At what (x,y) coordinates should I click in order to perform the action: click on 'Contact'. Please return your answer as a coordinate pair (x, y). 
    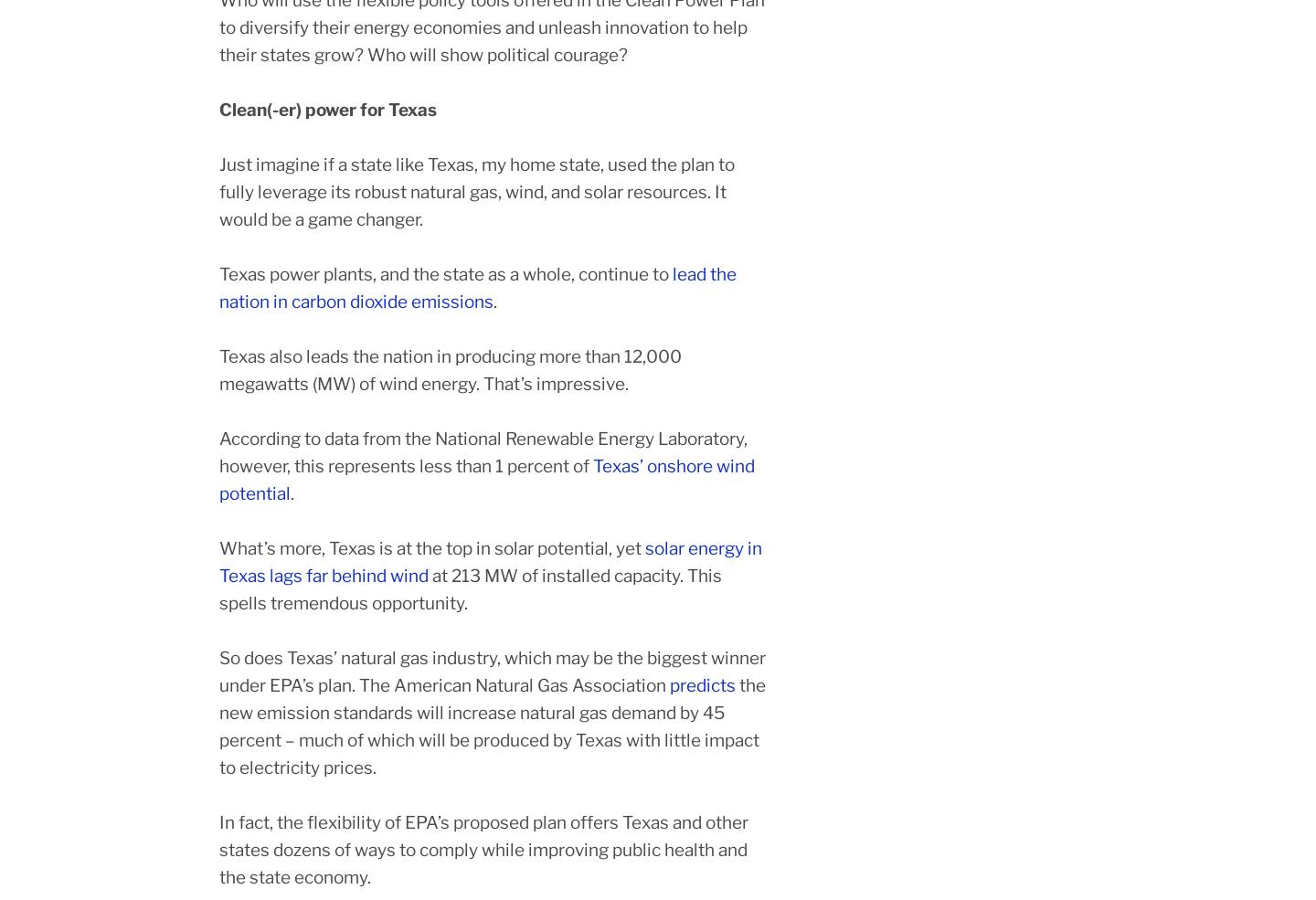
    Looking at the image, I should click on (995, 737).